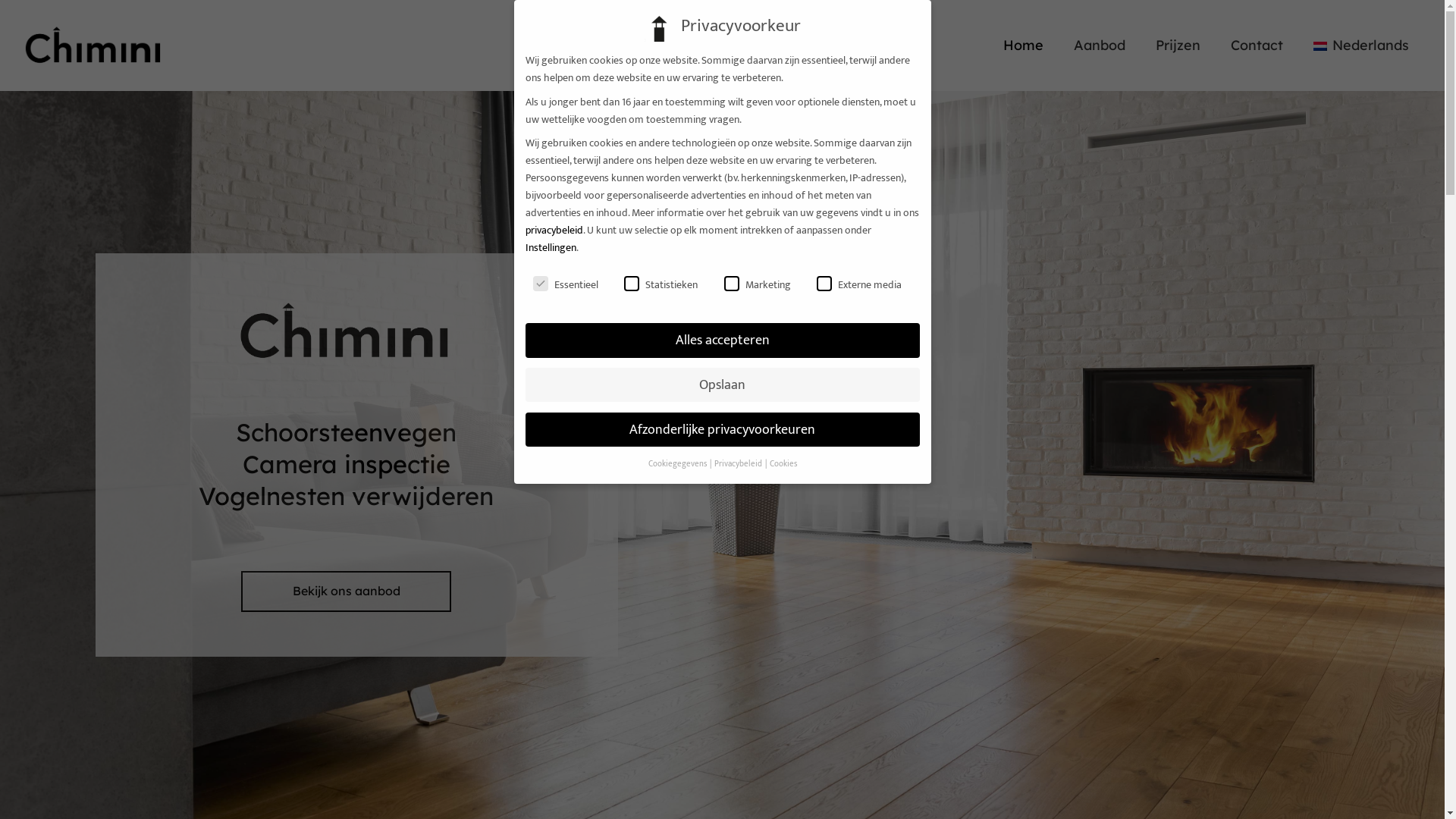  Describe the element at coordinates (1177, 45) in the screenshot. I see `'Prijzen'` at that location.